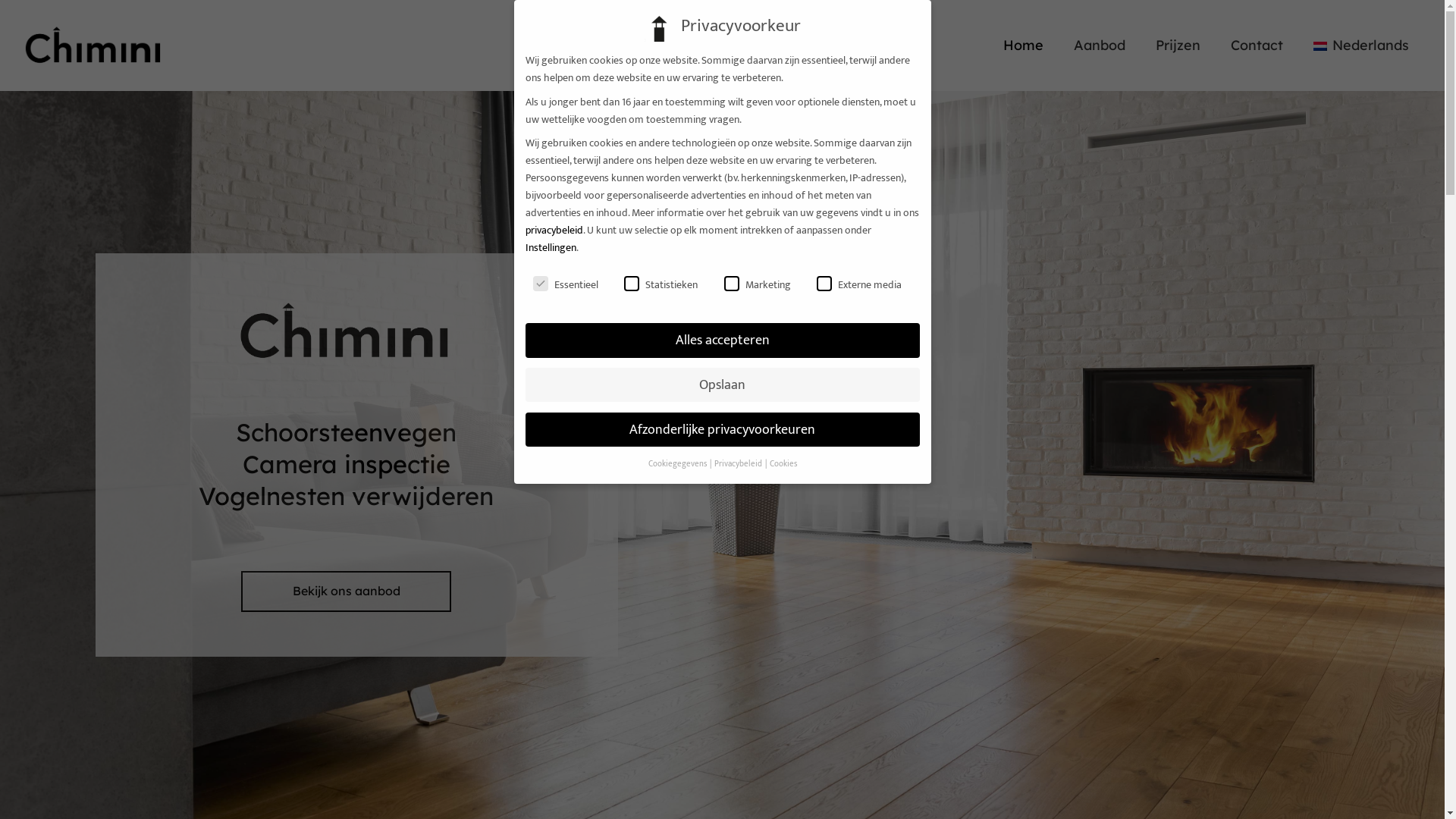  Describe the element at coordinates (1177, 45) in the screenshot. I see `'Prijzen'` at that location.